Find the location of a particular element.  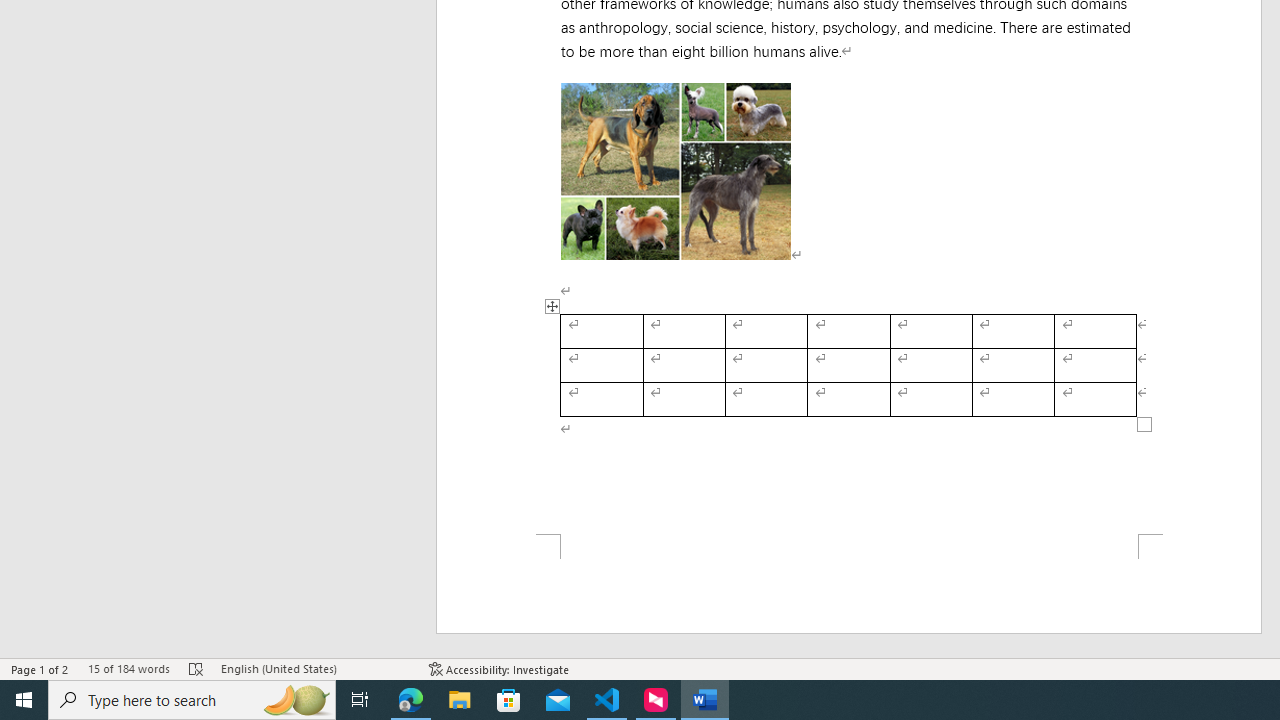

'Spelling and Grammar Check Errors' is located at coordinates (196, 669).